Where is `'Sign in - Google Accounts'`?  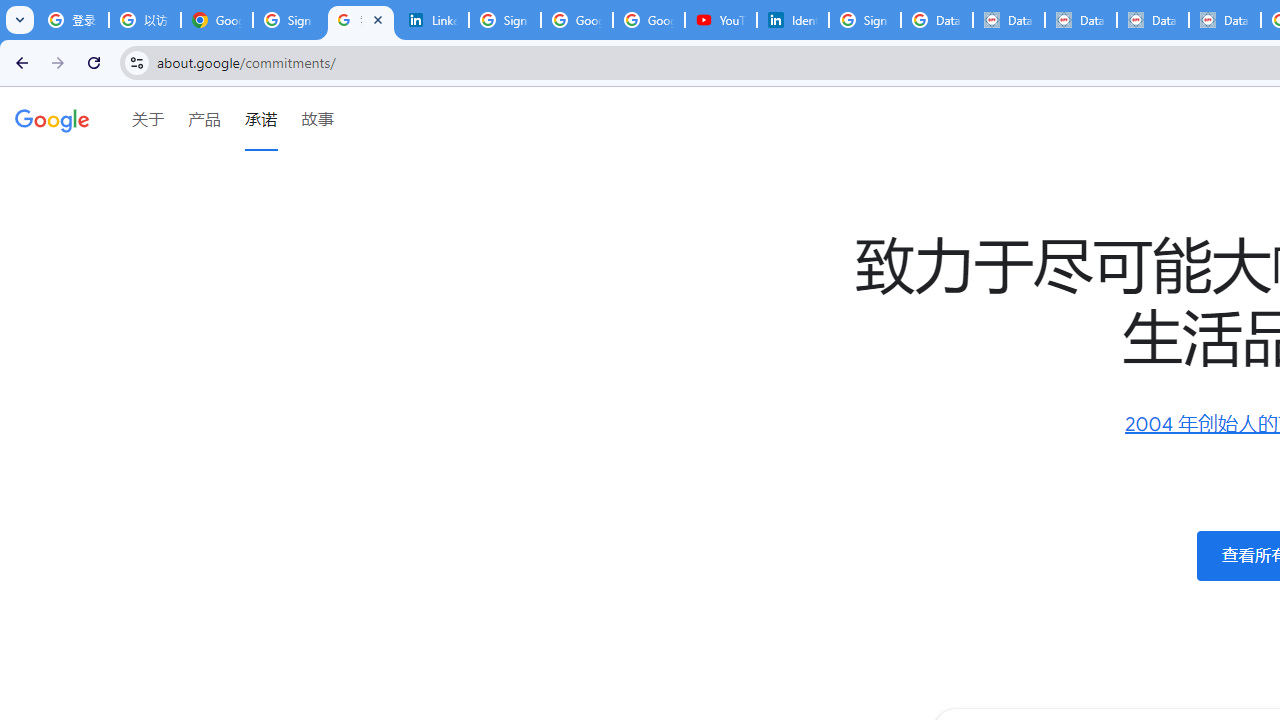 'Sign in - Google Accounts' is located at coordinates (865, 20).